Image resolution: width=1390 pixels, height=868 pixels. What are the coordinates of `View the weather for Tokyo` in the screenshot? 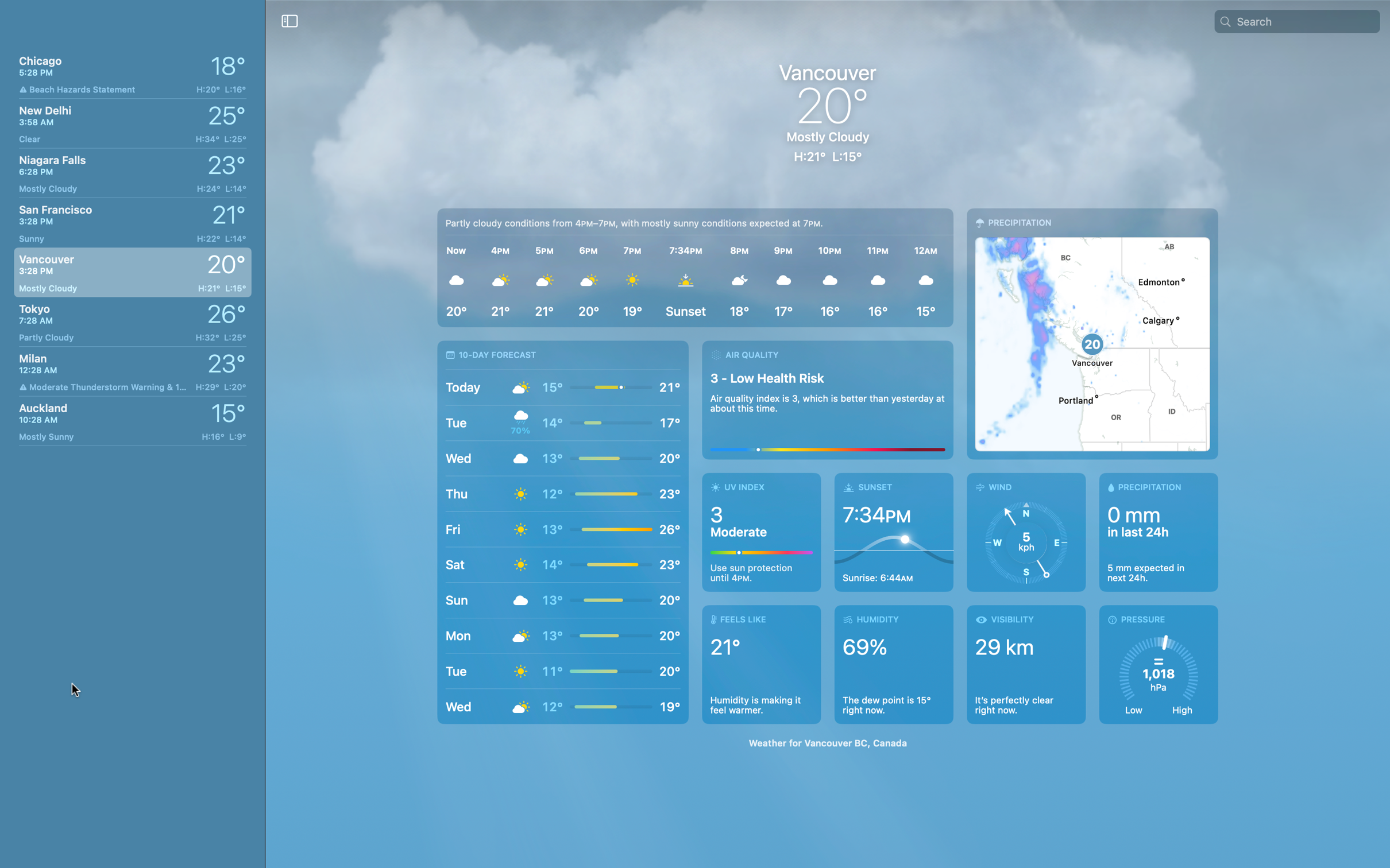 It's located at (129, 321).